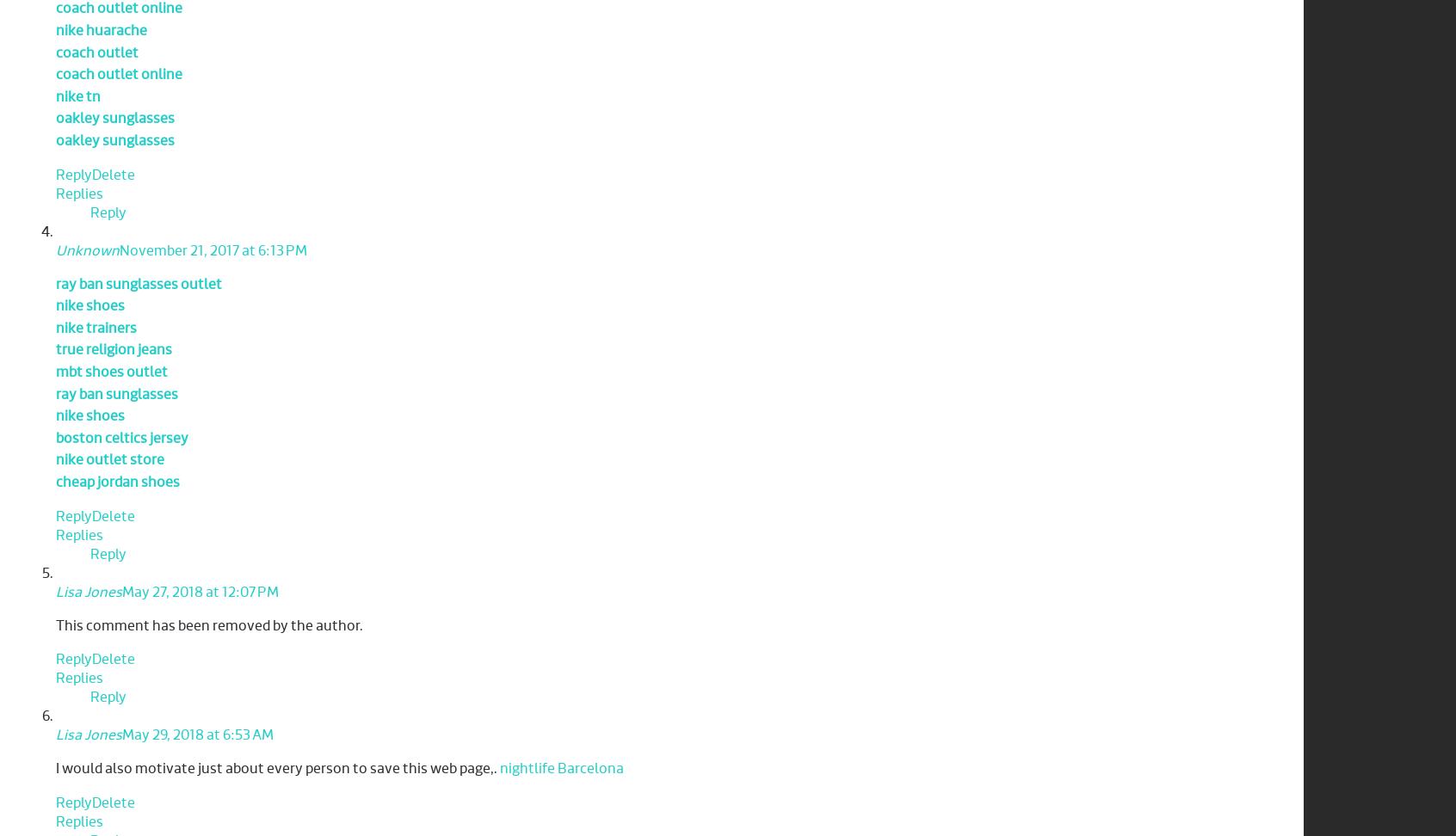 This screenshot has width=1456, height=836. What do you see at coordinates (120, 250) in the screenshot?
I see `'November 21, 2017 at 6:13 PM'` at bounding box center [120, 250].